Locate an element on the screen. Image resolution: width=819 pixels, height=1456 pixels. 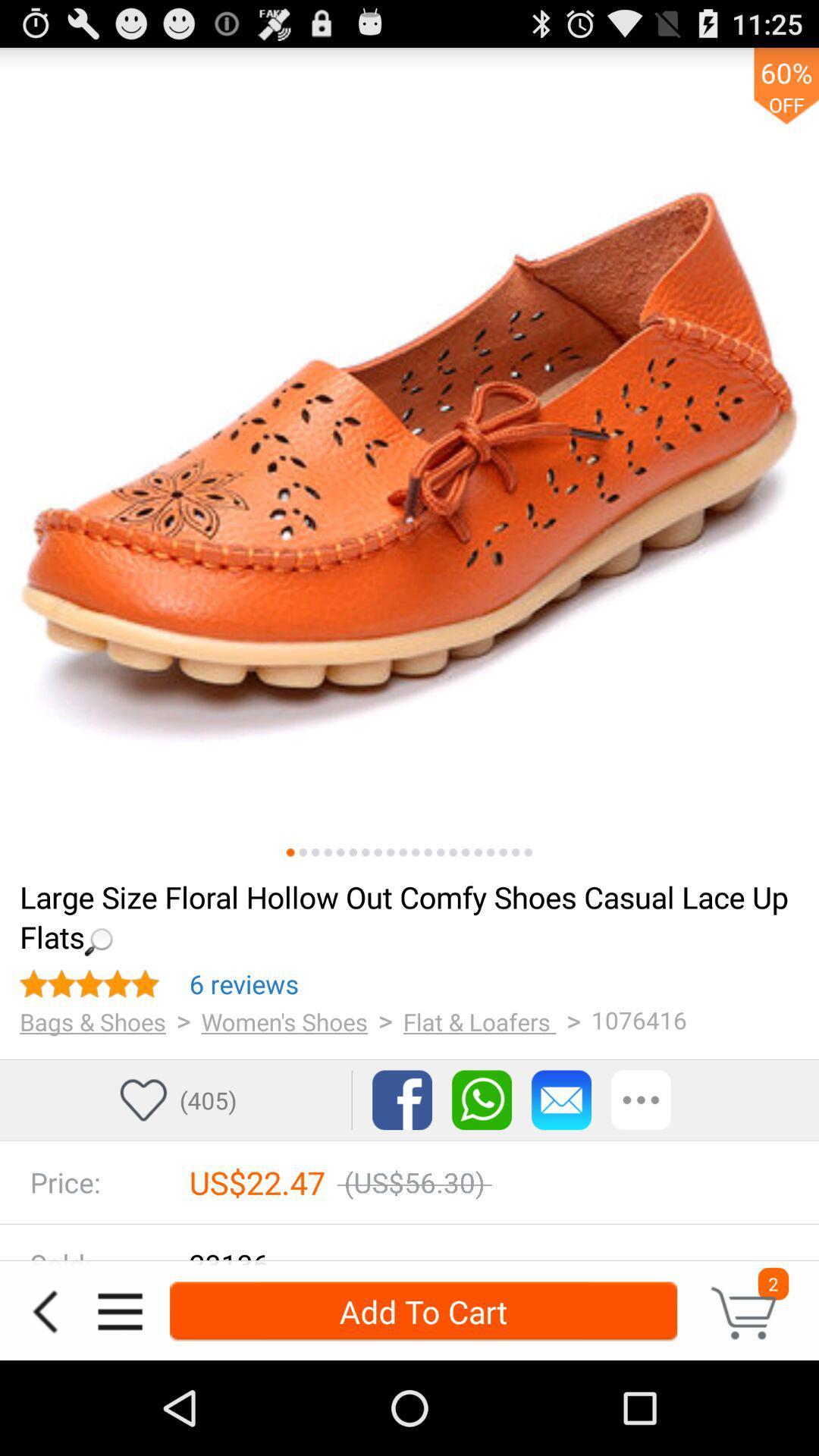
skip to 14th picture is located at coordinates (452, 852).